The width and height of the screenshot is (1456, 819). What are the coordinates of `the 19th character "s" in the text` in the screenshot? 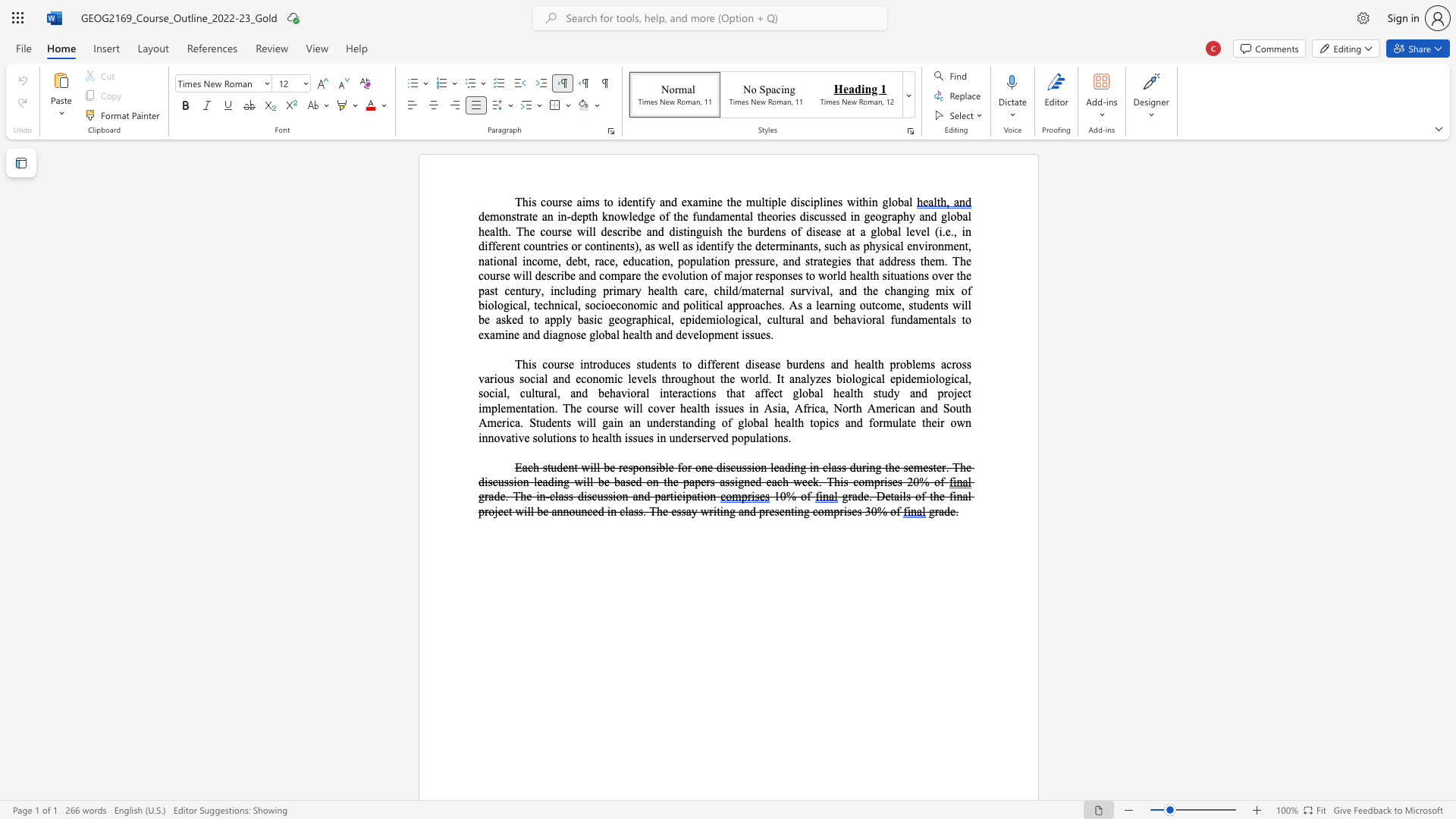 It's located at (610, 407).